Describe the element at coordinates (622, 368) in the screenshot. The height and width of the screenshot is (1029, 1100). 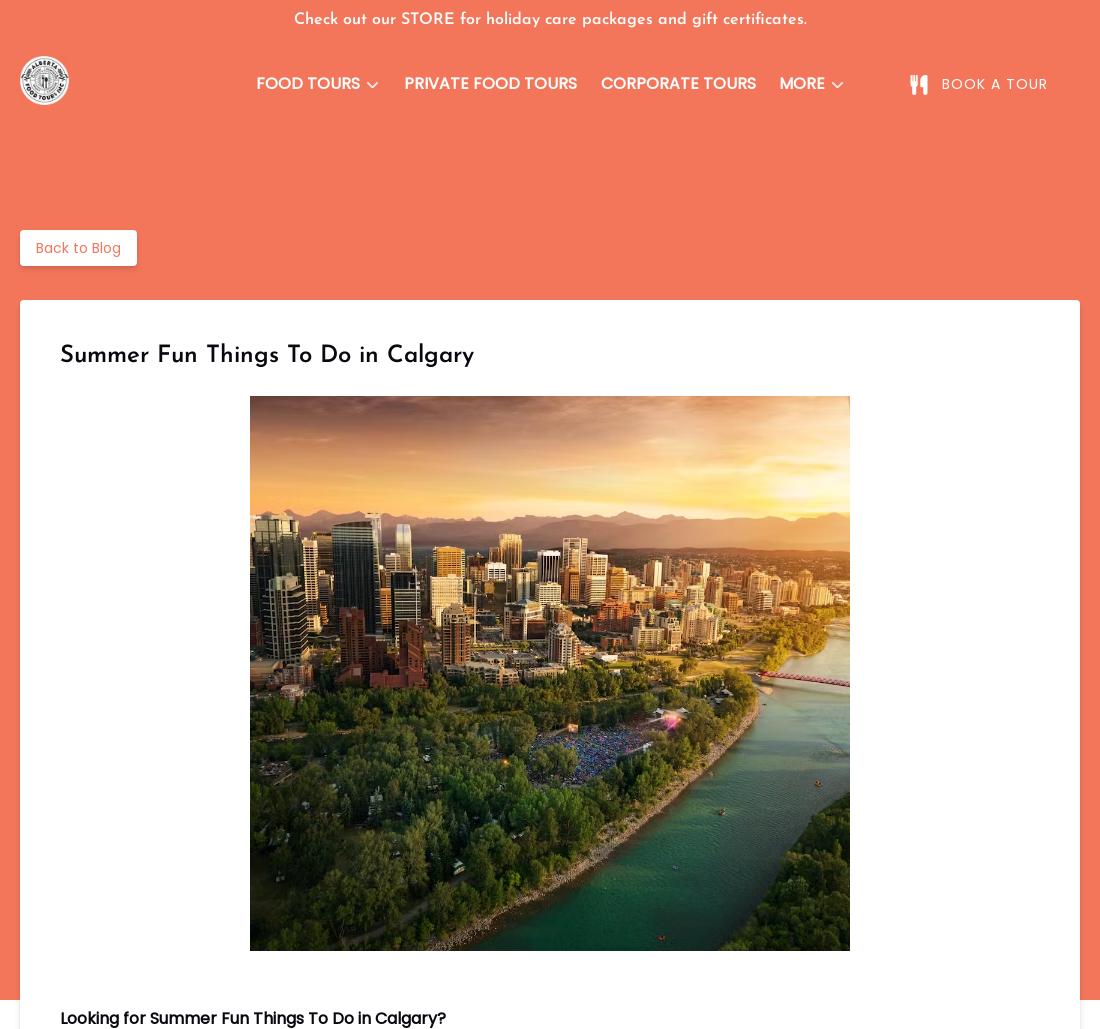
I see `'Shop'` at that location.